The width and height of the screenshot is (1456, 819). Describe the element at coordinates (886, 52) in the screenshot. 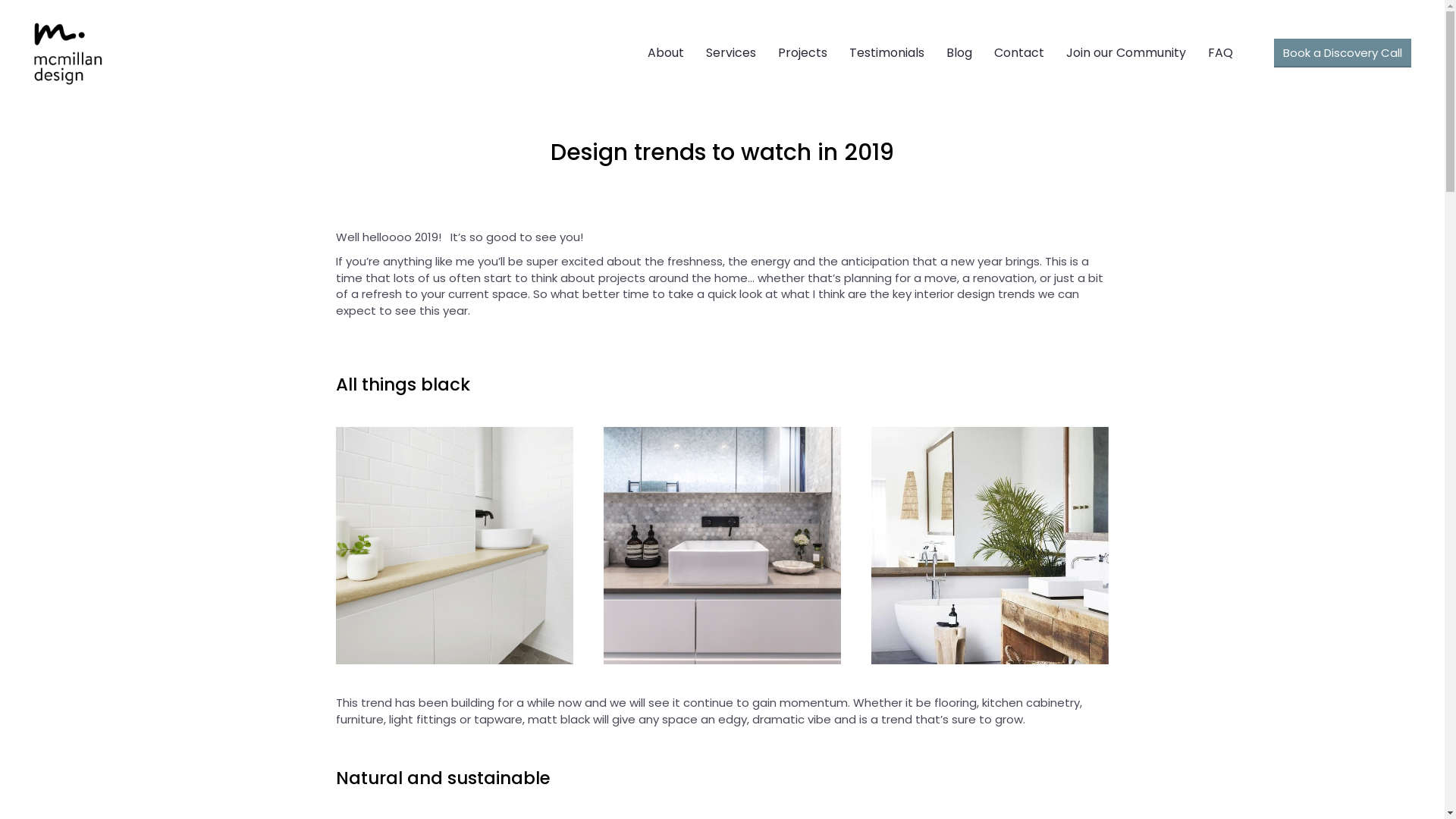

I see `'Testimonials'` at that location.